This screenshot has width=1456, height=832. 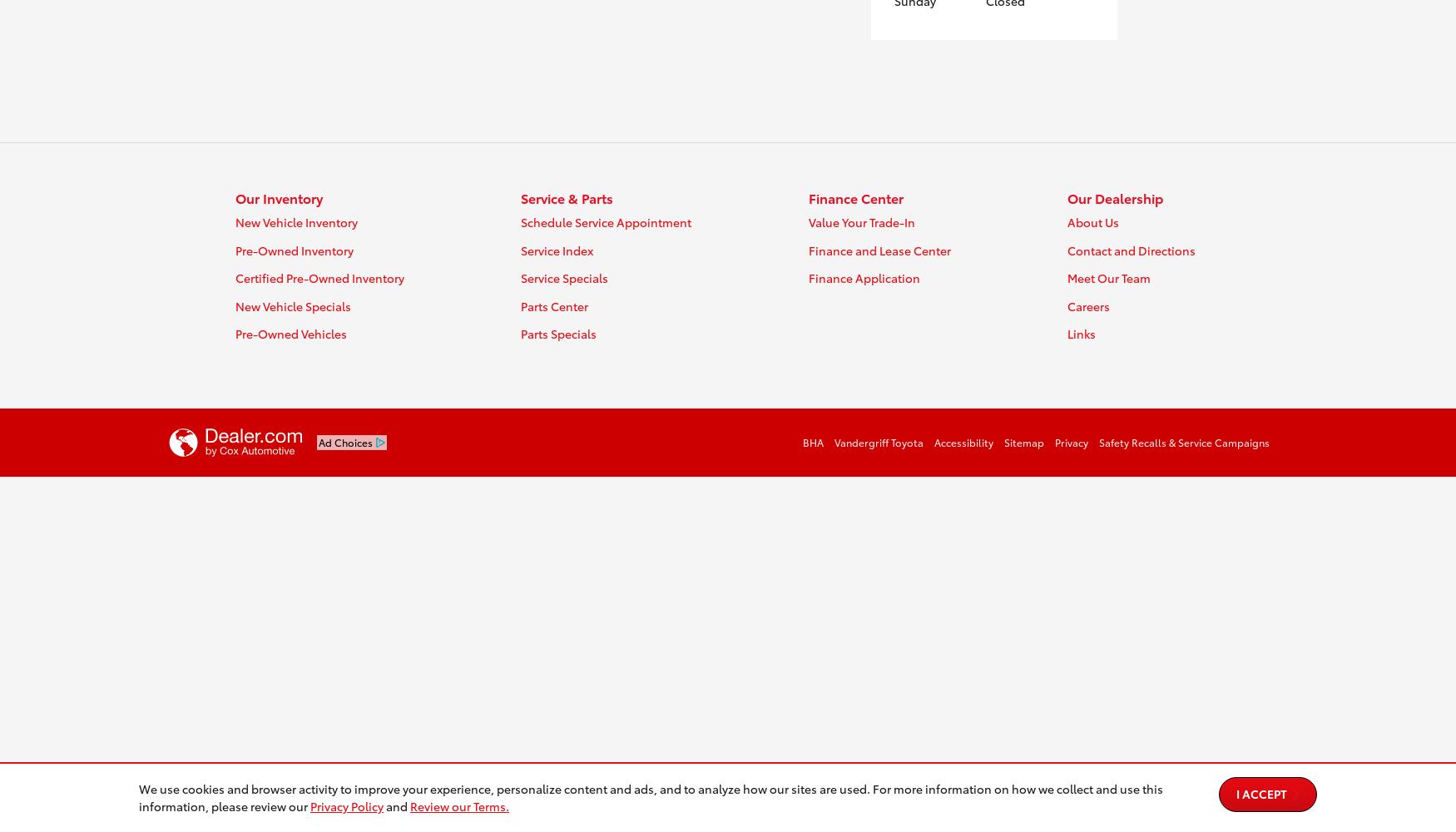 What do you see at coordinates (293, 305) in the screenshot?
I see `'New Vehicle Specials'` at bounding box center [293, 305].